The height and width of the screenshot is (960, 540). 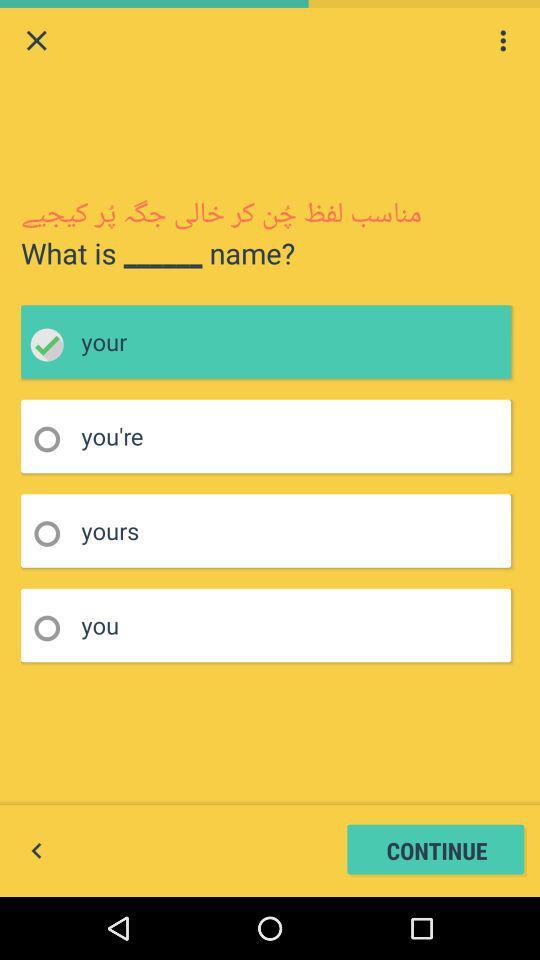 What do you see at coordinates (36, 42) in the screenshot?
I see `the close icon` at bounding box center [36, 42].